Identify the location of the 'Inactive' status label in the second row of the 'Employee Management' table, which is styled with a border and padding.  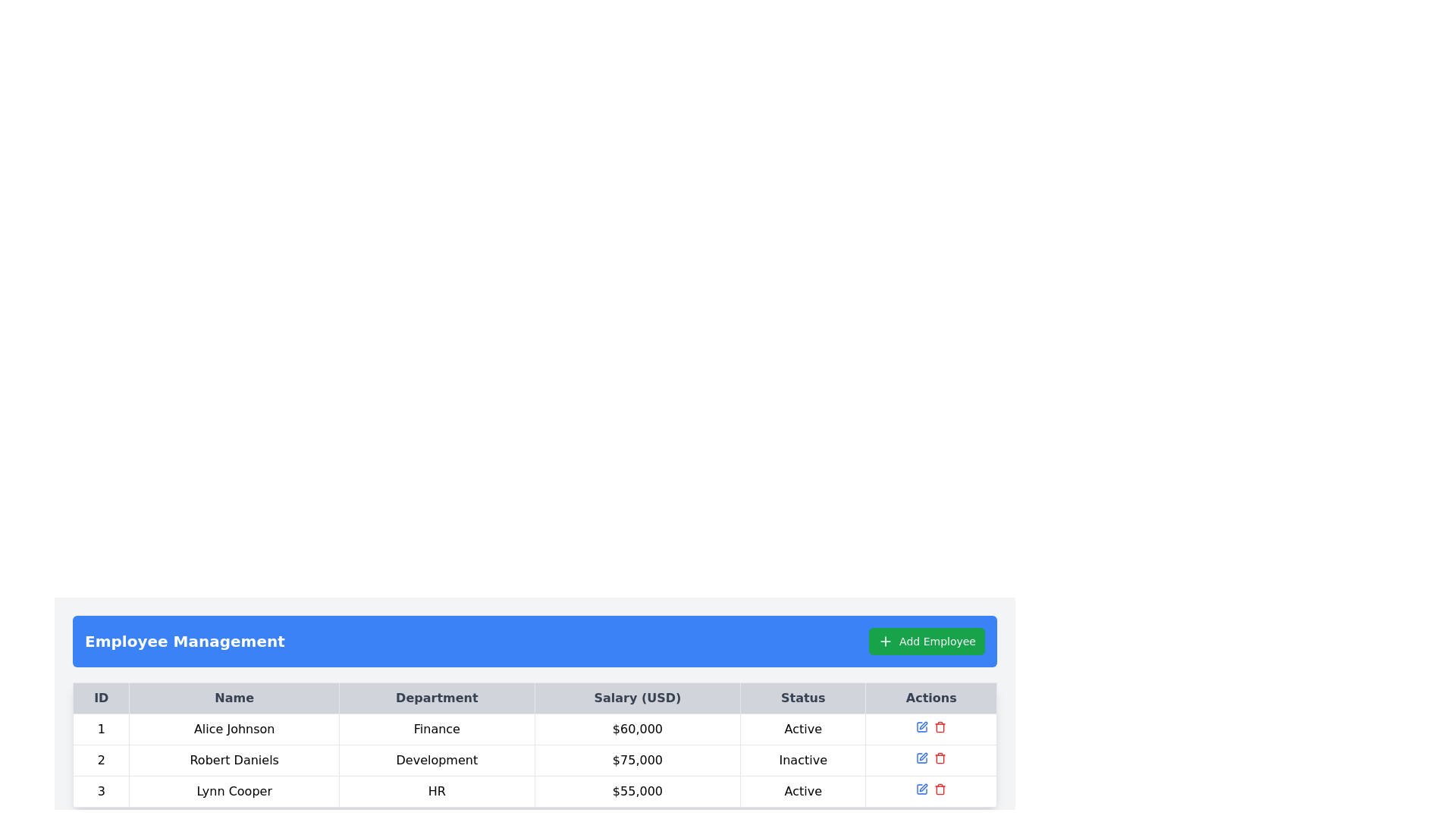
(802, 760).